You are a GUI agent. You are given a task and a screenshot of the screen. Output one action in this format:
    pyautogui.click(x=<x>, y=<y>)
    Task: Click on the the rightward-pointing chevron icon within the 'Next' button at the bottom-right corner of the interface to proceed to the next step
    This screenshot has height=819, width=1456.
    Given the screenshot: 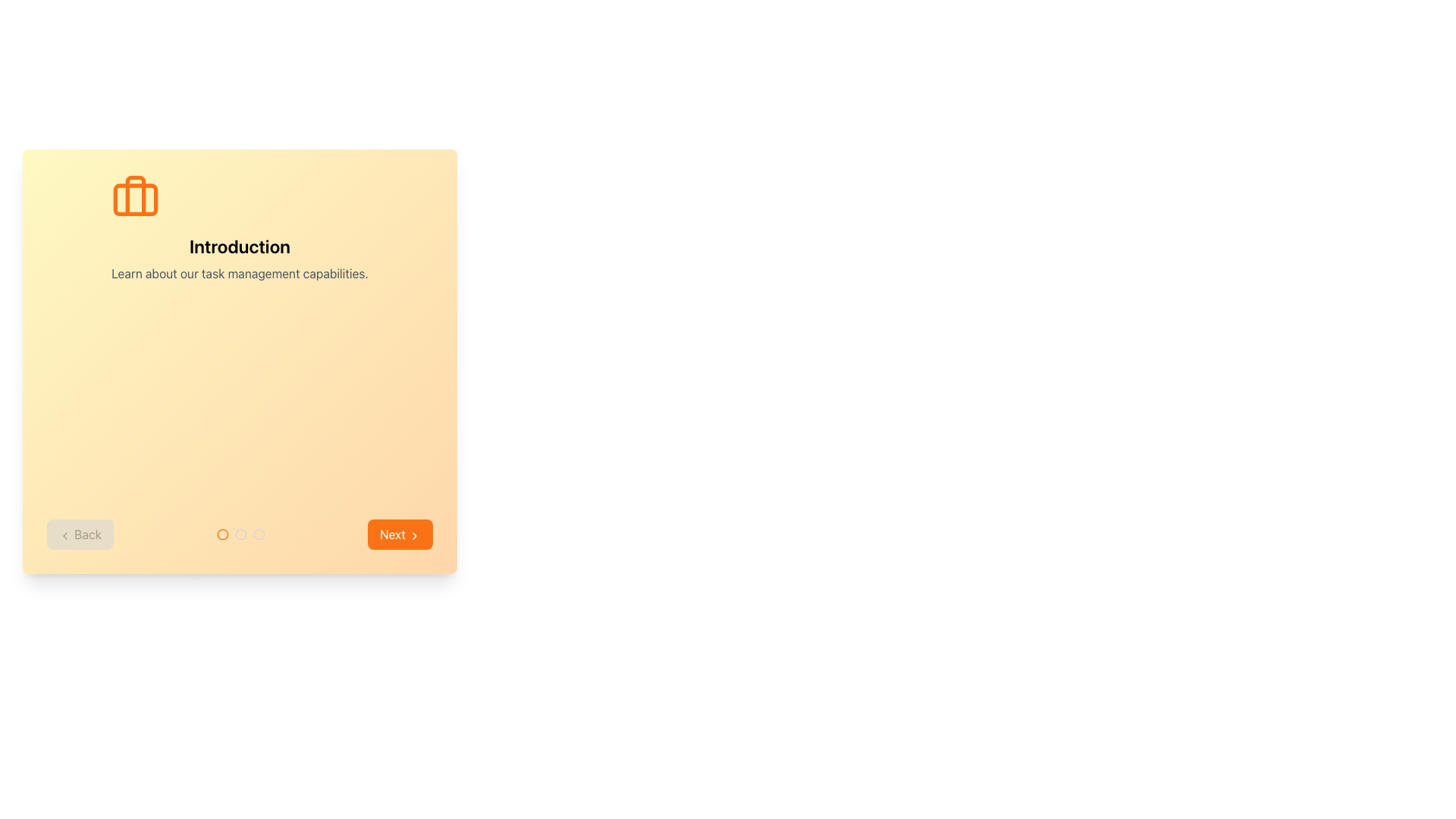 What is the action you would take?
    pyautogui.click(x=415, y=535)
    